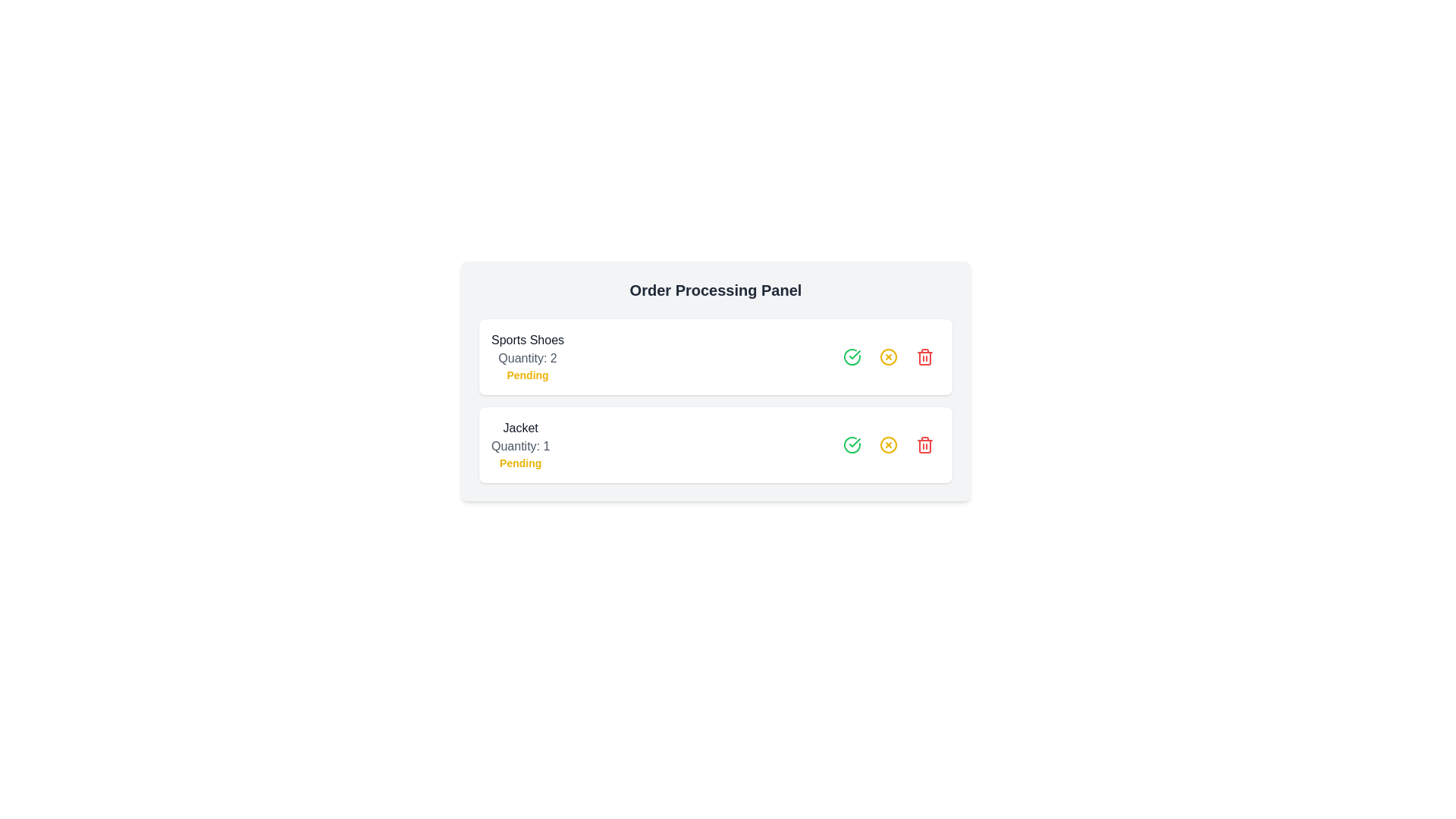 This screenshot has width=1456, height=819. I want to click on the green circular checkmark icon button in the Order Processing Panel for the second order labeled 'Jacket', so click(855, 354).